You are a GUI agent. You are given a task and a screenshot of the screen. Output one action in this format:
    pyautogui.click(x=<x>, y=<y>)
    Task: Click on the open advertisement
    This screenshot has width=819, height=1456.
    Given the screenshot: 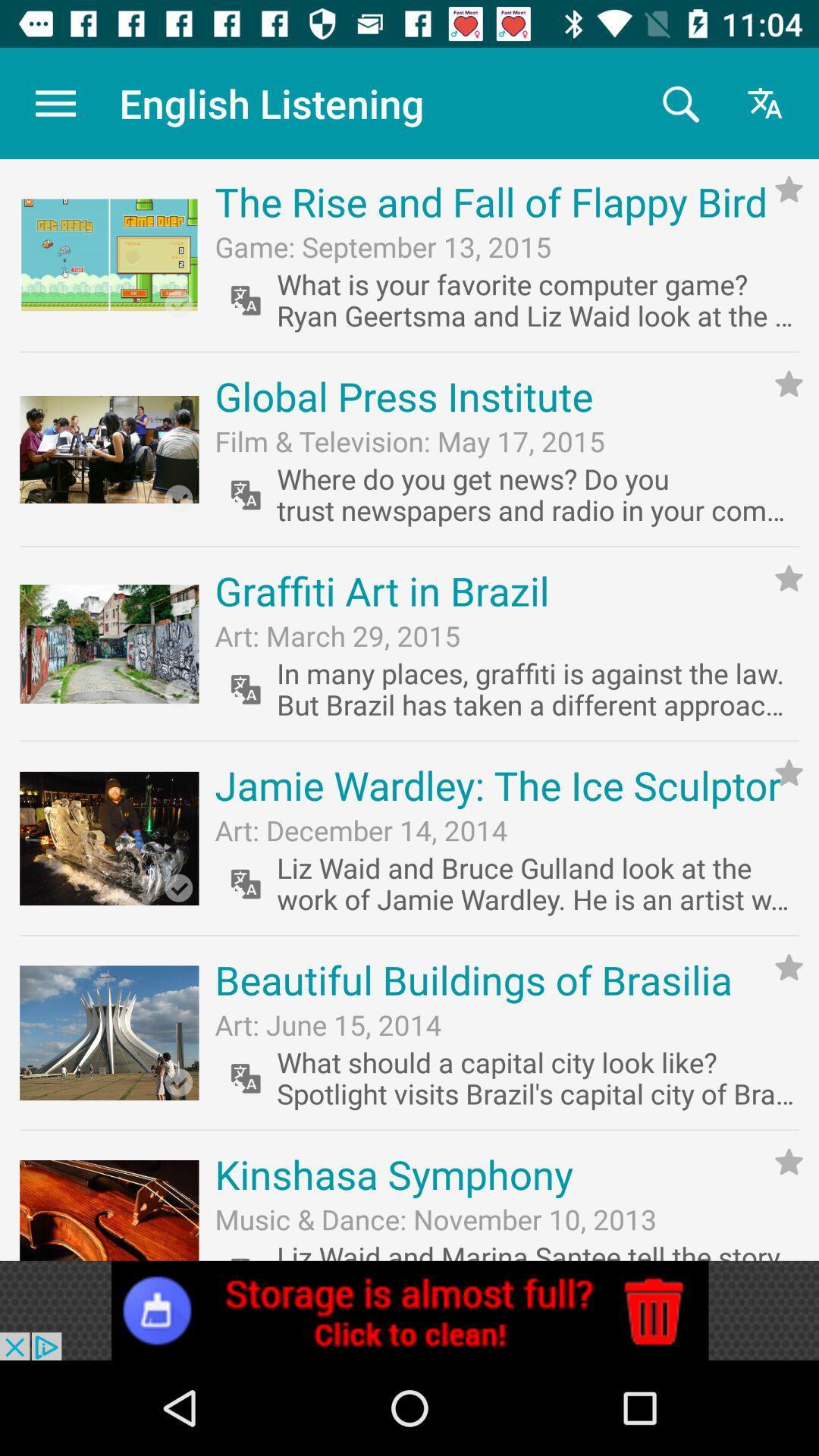 What is the action you would take?
    pyautogui.click(x=409, y=1310)
    